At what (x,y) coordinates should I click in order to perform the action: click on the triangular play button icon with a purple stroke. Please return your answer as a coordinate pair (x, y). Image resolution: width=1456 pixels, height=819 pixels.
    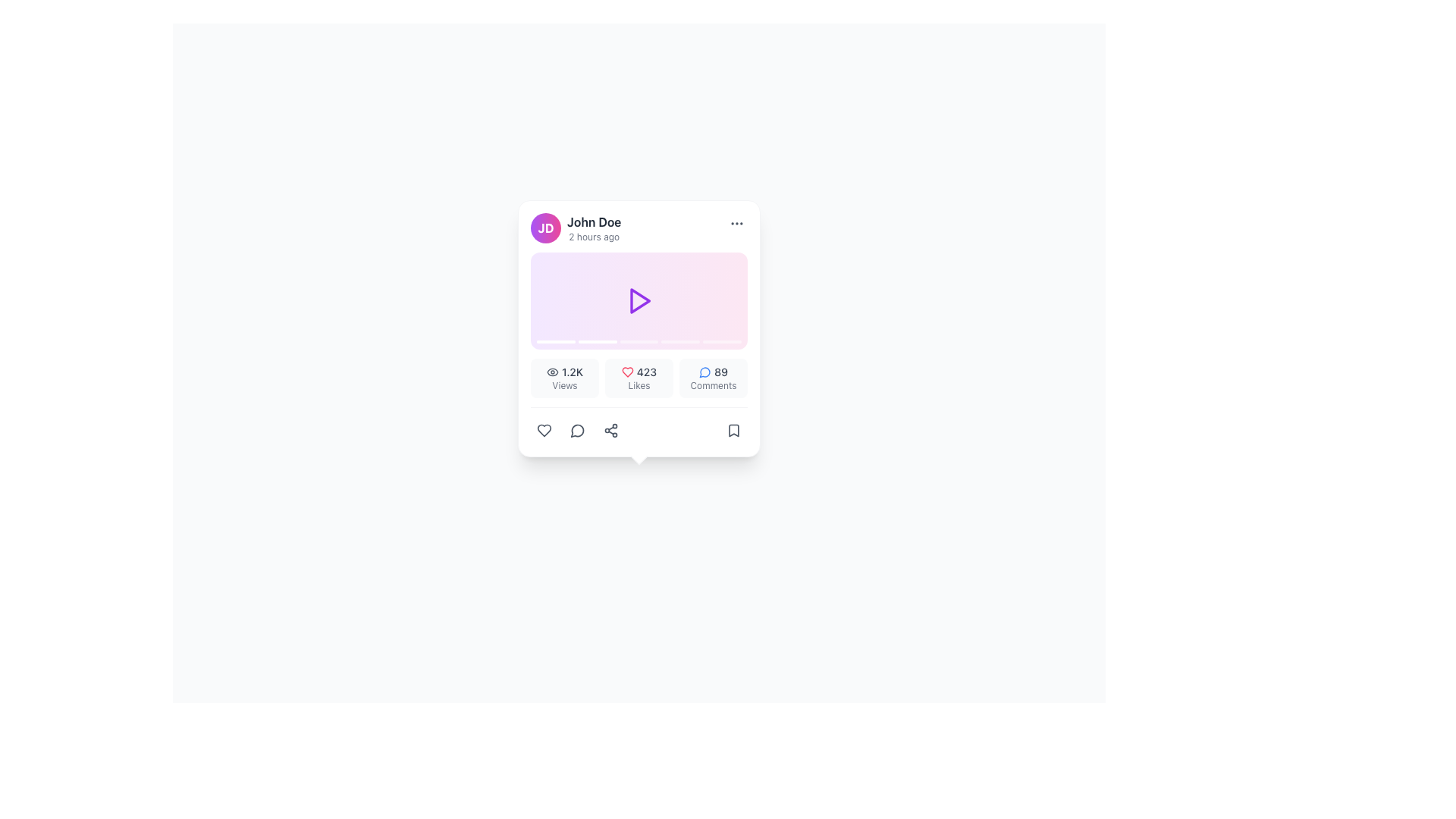
    Looking at the image, I should click on (639, 301).